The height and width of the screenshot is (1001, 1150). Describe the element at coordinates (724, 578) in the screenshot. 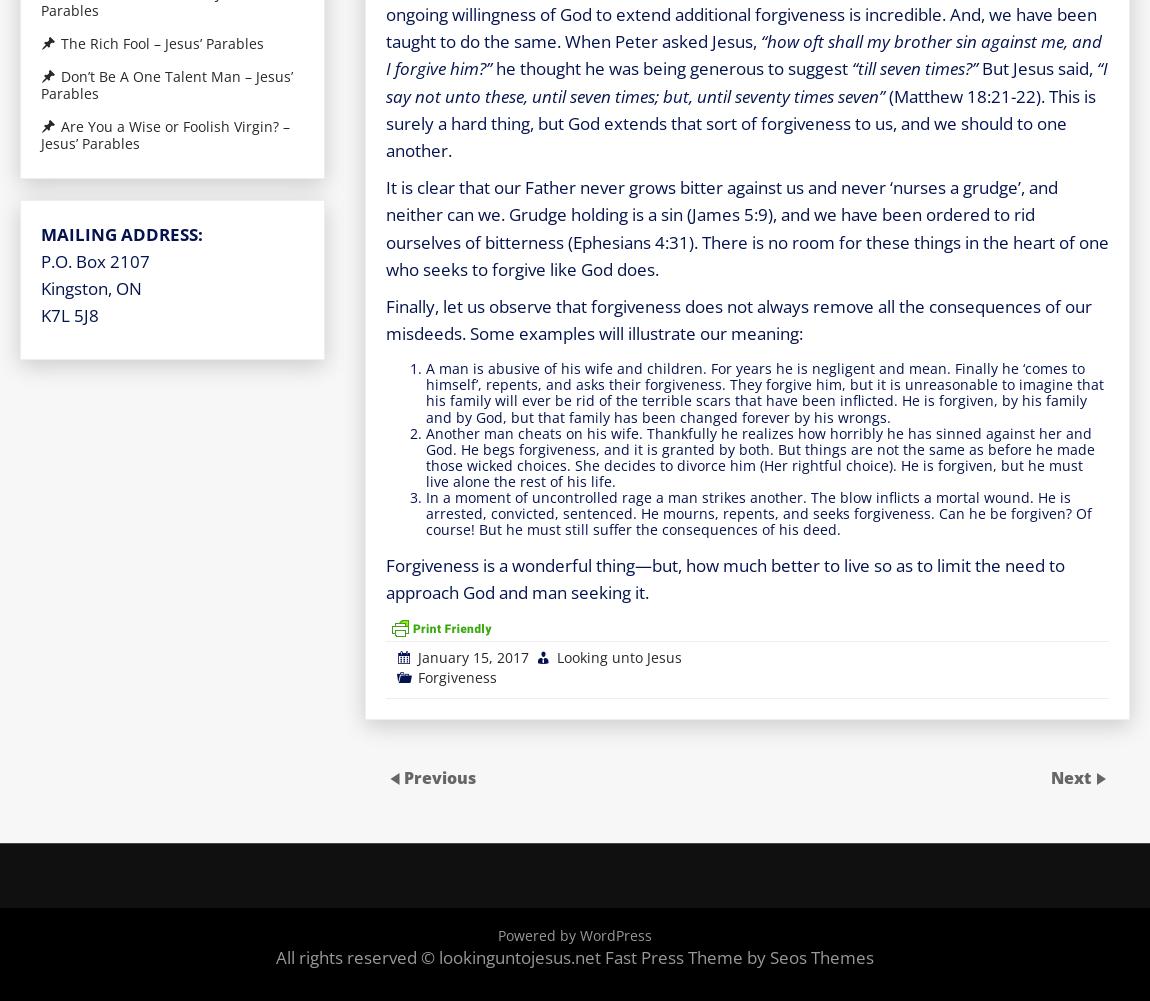

I see `'Forgiveness is a wonderful thing—but, how much better to live so as to limit the need to approach God and man seeking it.'` at that location.